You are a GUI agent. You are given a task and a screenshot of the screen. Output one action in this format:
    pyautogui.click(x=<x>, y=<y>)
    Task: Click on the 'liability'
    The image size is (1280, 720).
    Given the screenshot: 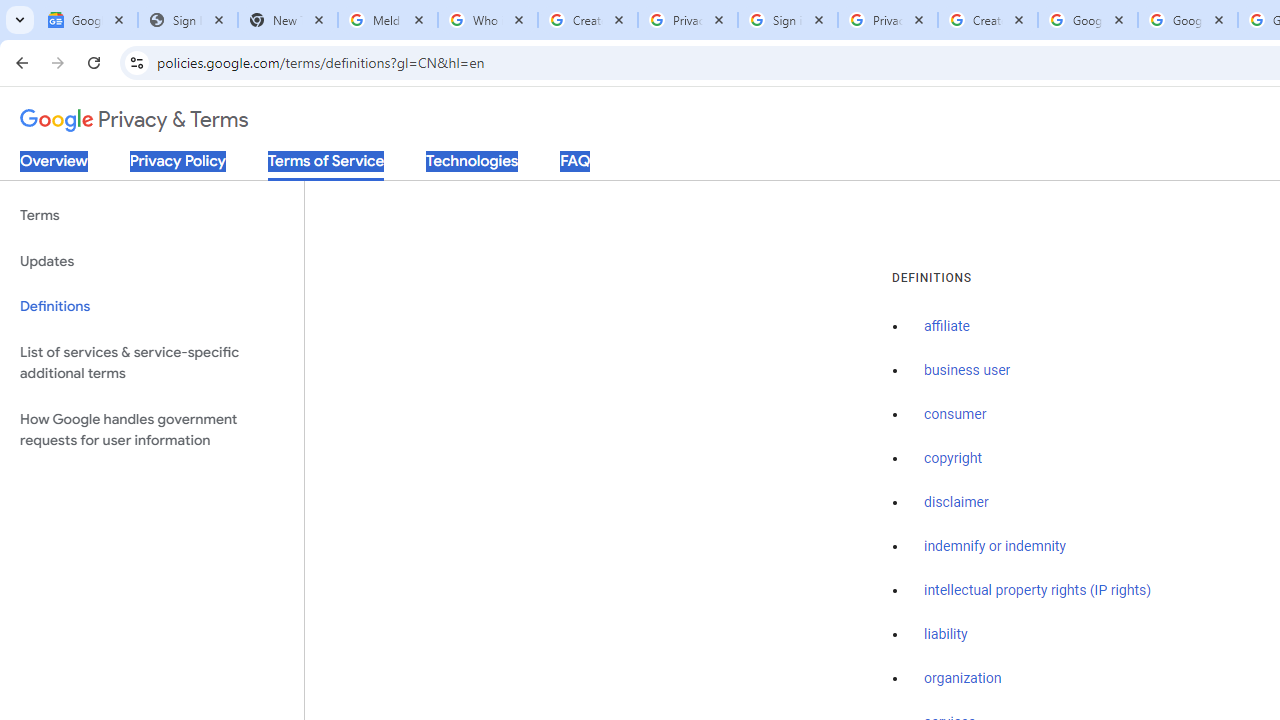 What is the action you would take?
    pyautogui.click(x=944, y=634)
    